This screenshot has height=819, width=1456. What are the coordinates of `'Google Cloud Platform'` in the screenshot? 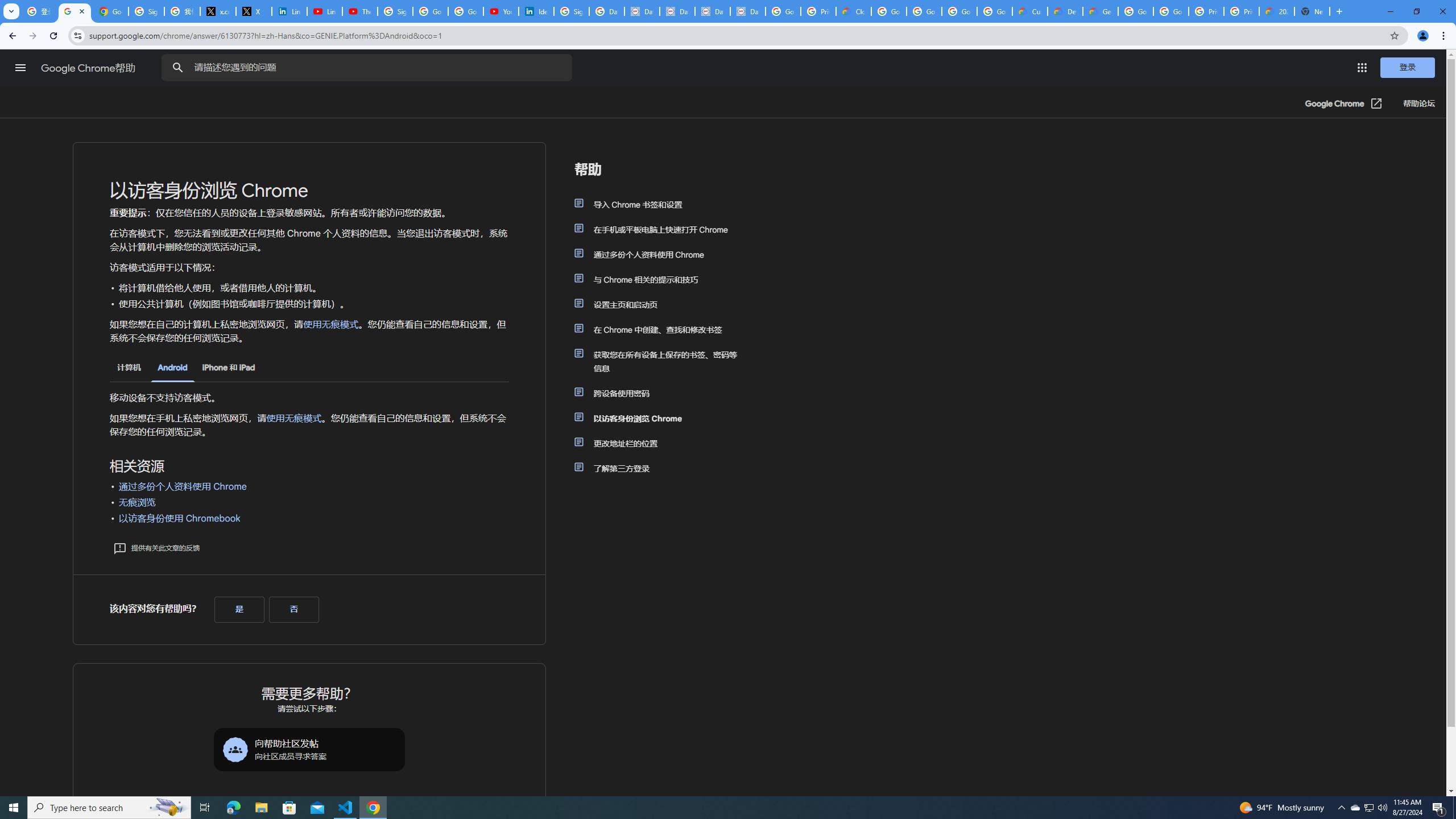 It's located at (1170, 11).